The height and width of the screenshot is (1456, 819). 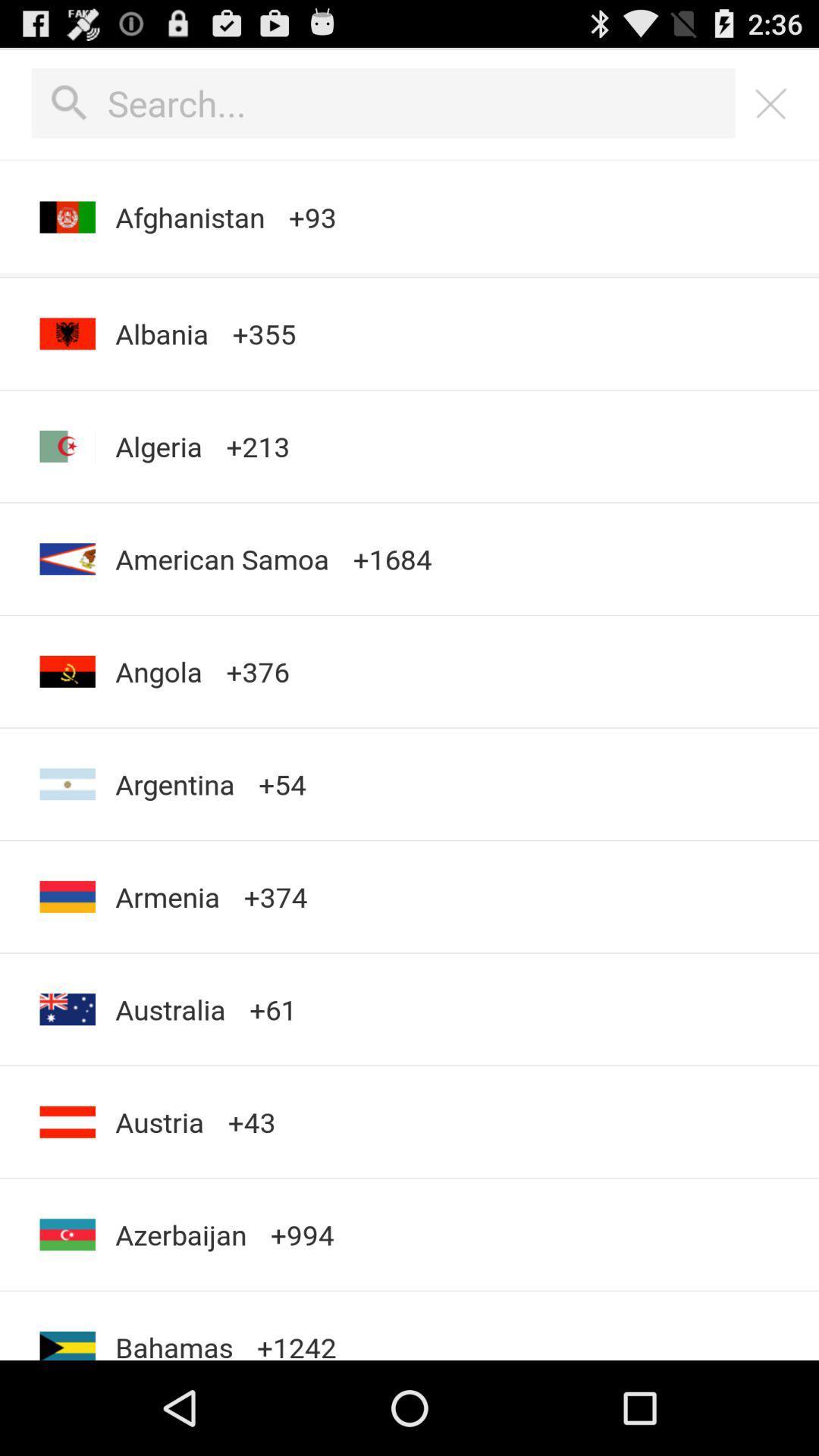 I want to click on item below the albania icon, so click(x=158, y=445).